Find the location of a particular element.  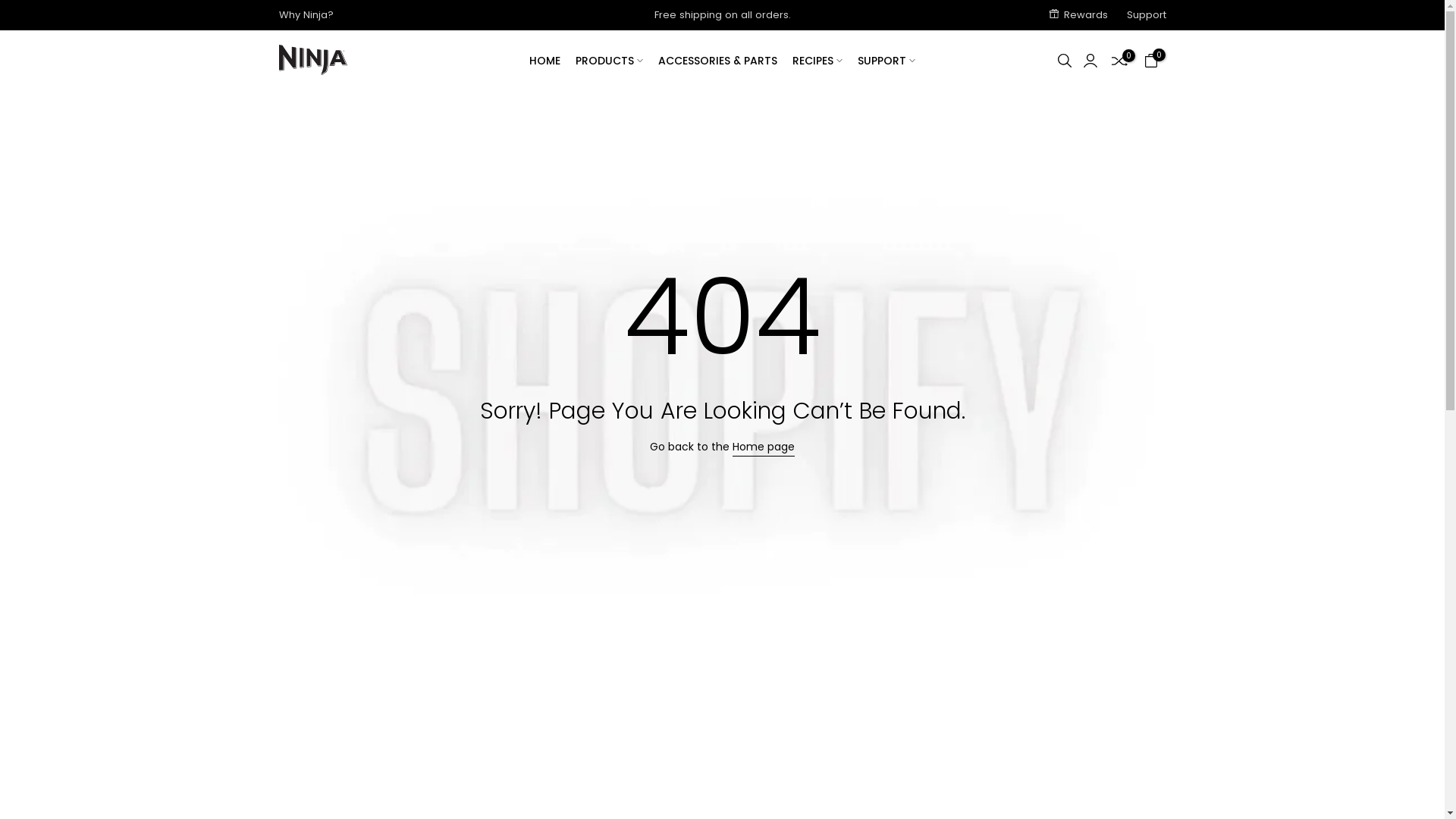

'ACCESSORIES & PARTS' is located at coordinates (717, 60).